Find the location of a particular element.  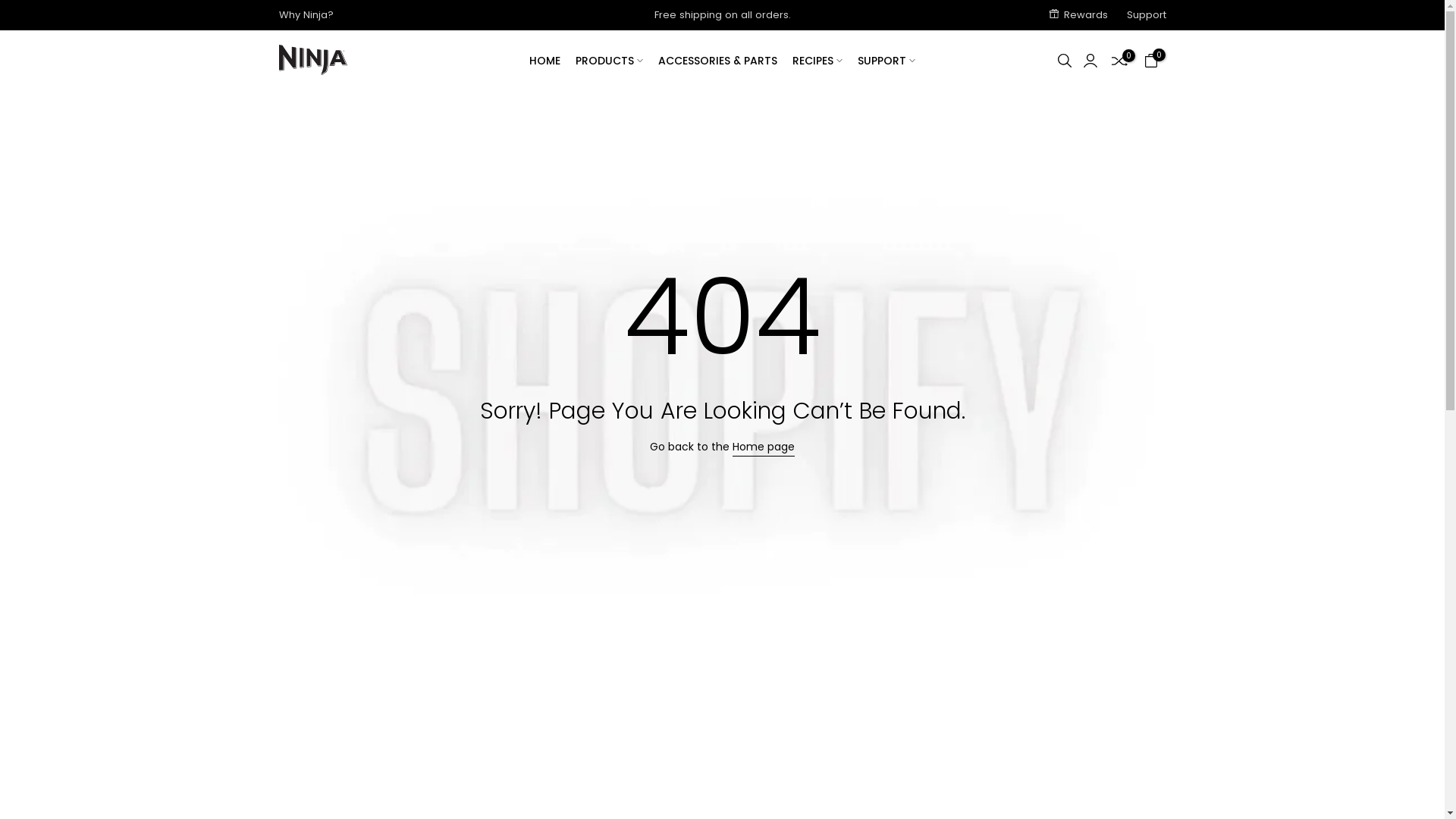

'ACCESSORIES & PARTS' is located at coordinates (717, 60).